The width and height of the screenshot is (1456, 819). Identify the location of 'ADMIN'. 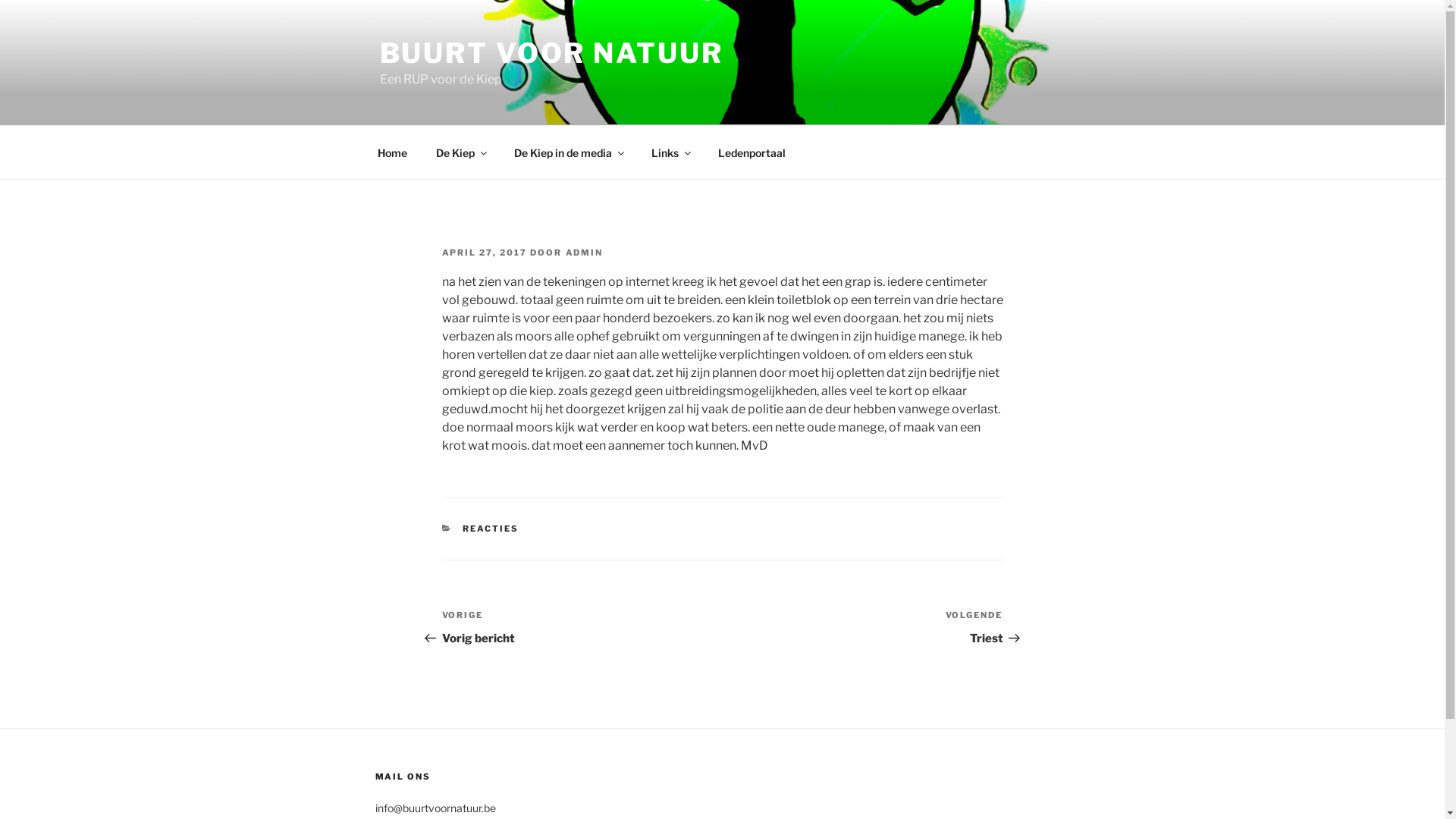
(564, 251).